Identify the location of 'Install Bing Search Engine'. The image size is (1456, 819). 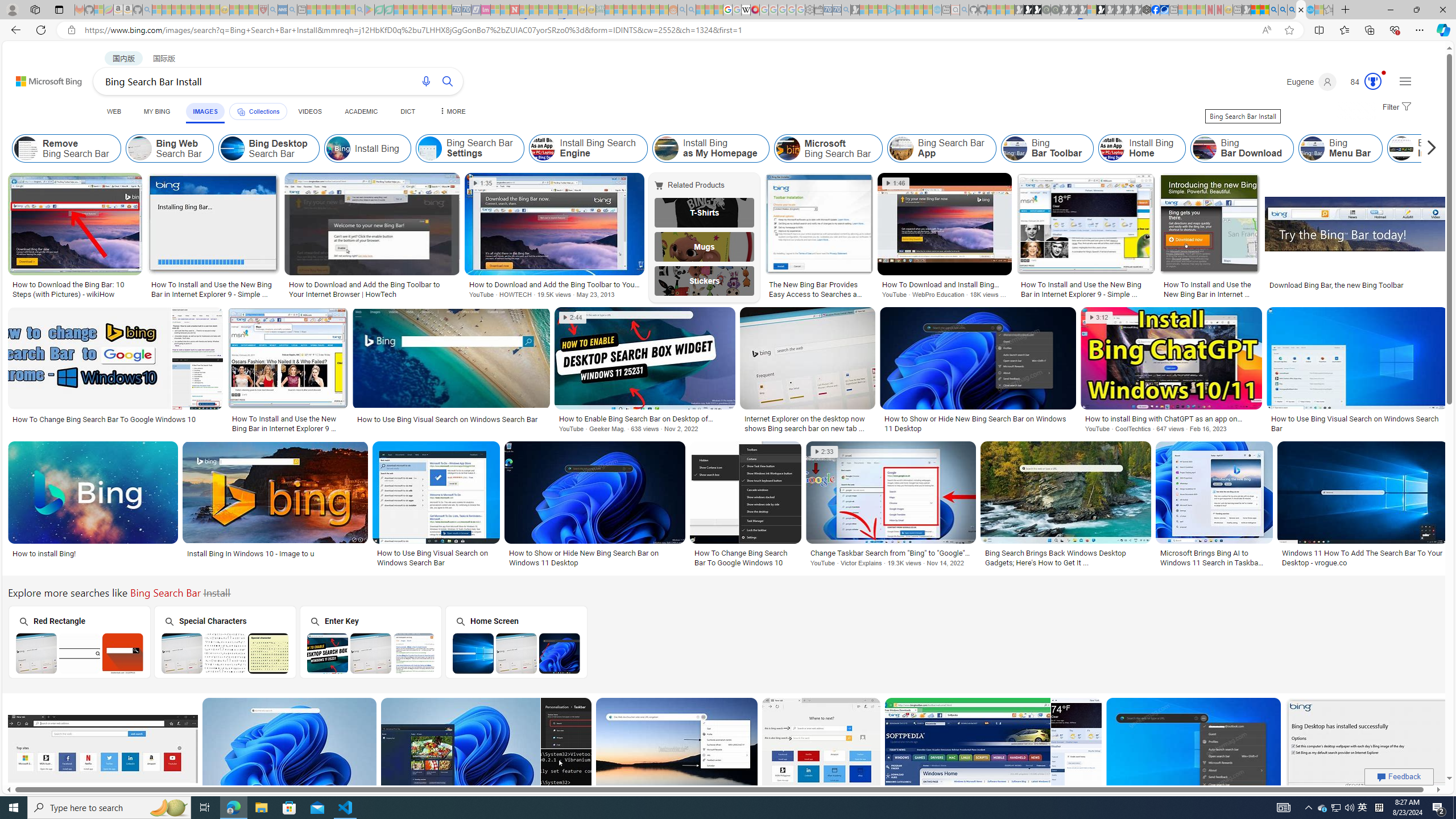
(543, 148).